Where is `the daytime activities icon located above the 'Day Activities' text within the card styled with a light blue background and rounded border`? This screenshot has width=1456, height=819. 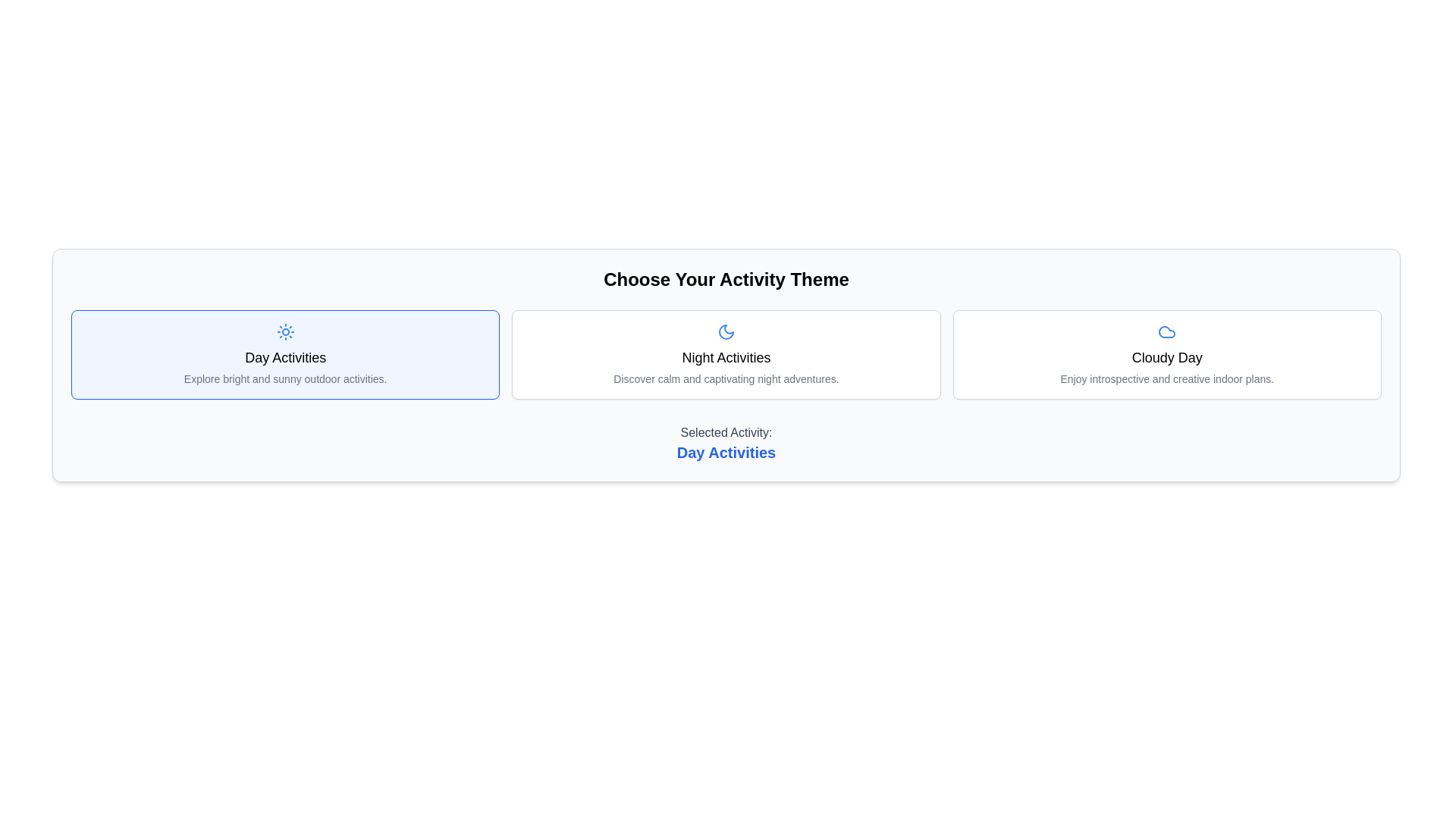
the daytime activities icon located above the 'Day Activities' text within the card styled with a light blue background and rounded border is located at coordinates (285, 331).